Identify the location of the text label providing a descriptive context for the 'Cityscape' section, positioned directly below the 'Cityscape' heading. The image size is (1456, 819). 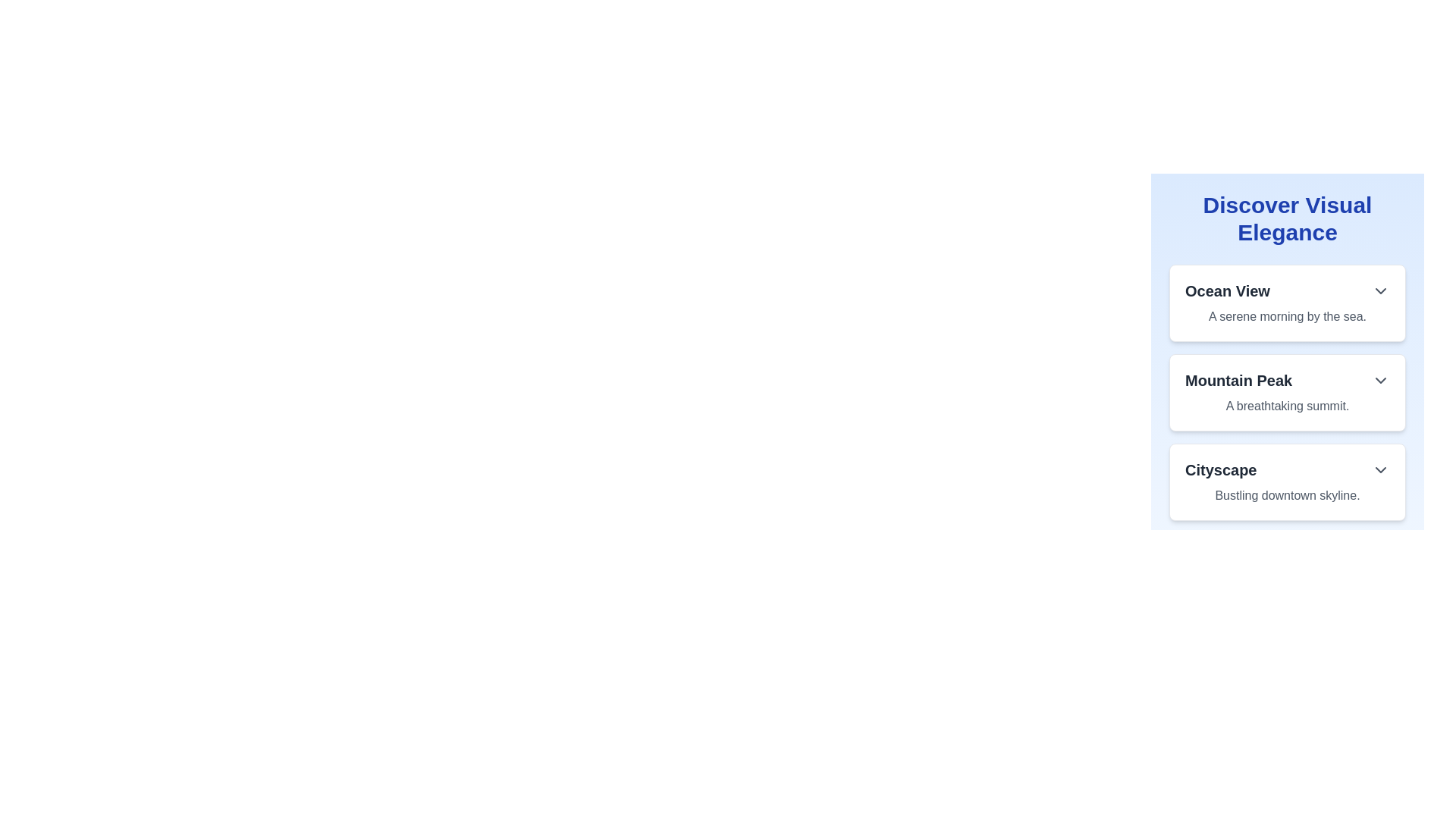
(1287, 496).